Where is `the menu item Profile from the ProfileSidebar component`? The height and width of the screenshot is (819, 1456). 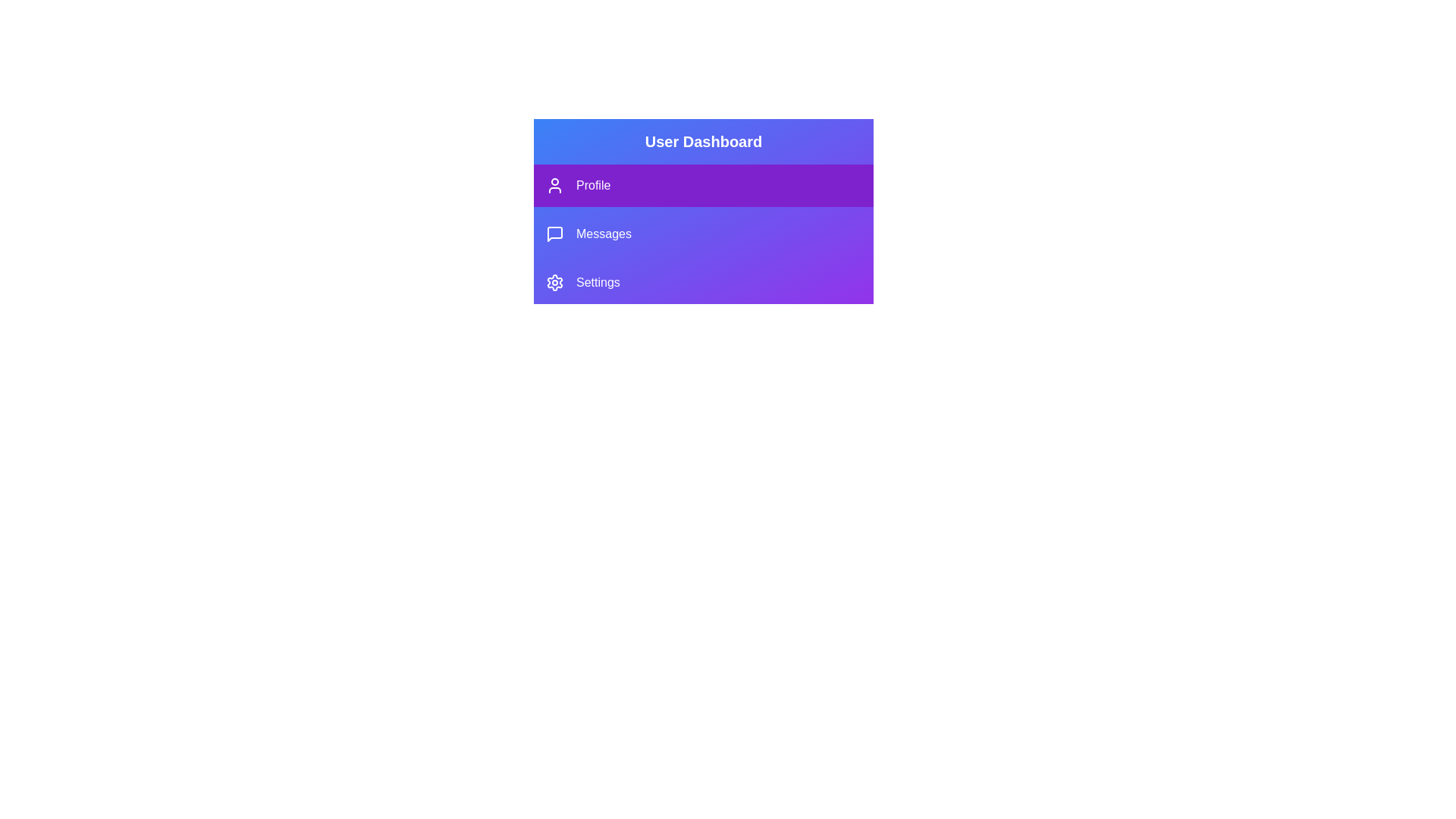 the menu item Profile from the ProfileSidebar component is located at coordinates (702, 185).